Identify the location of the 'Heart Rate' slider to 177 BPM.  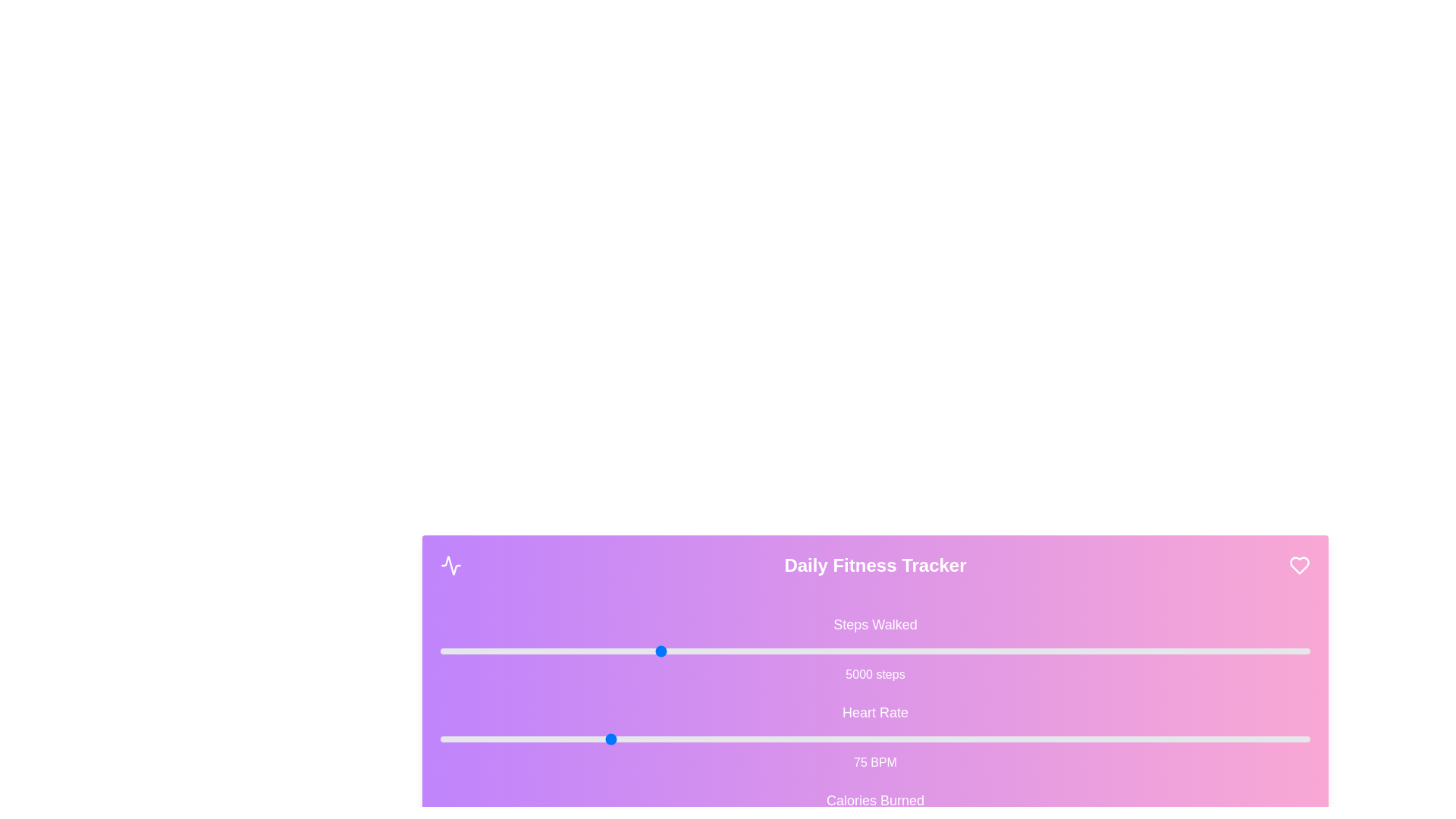
(1289, 739).